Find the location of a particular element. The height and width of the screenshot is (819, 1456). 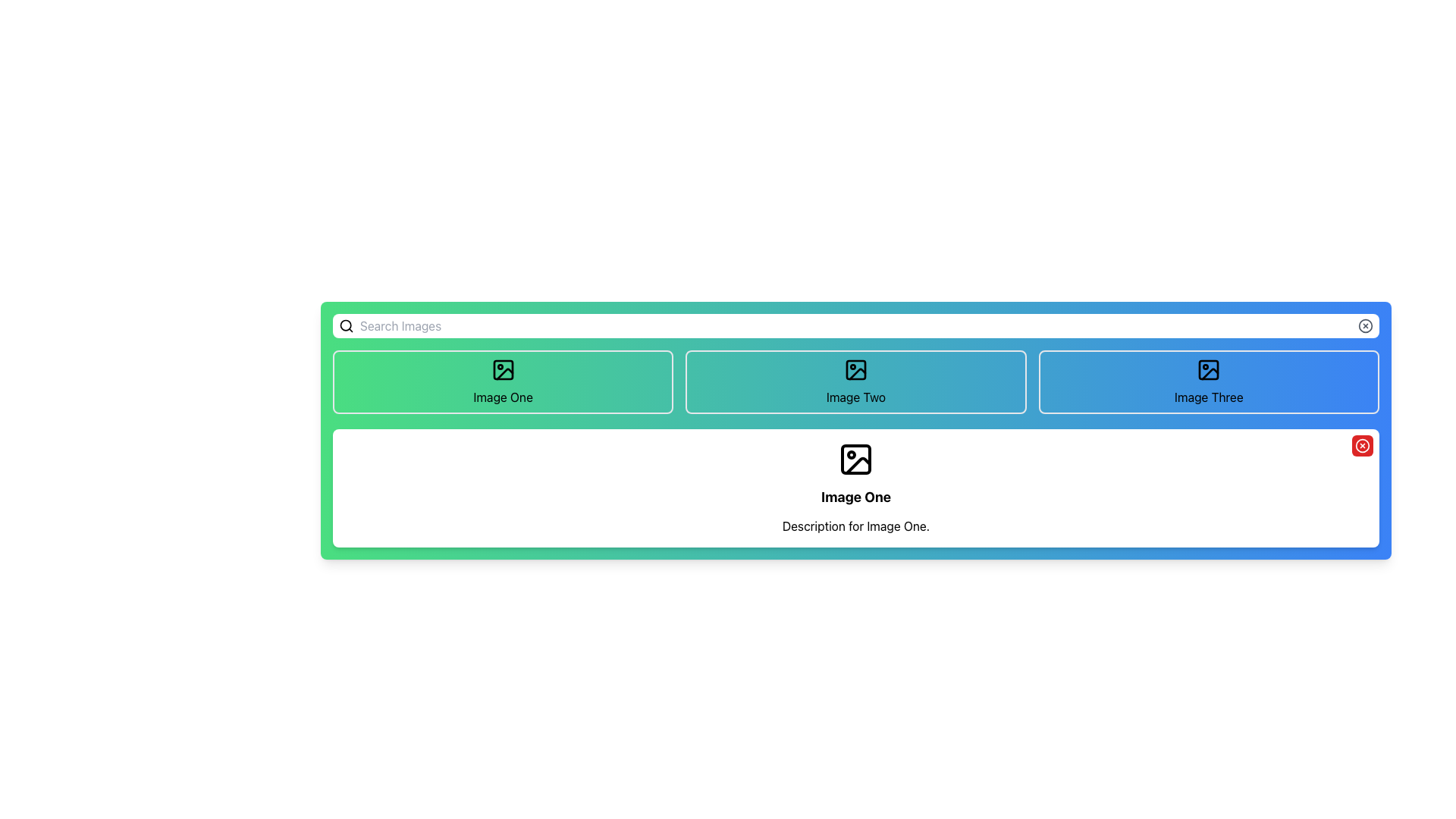

the small circular gray button in the top-right corner of the search bar to clear the text is located at coordinates (1365, 325).